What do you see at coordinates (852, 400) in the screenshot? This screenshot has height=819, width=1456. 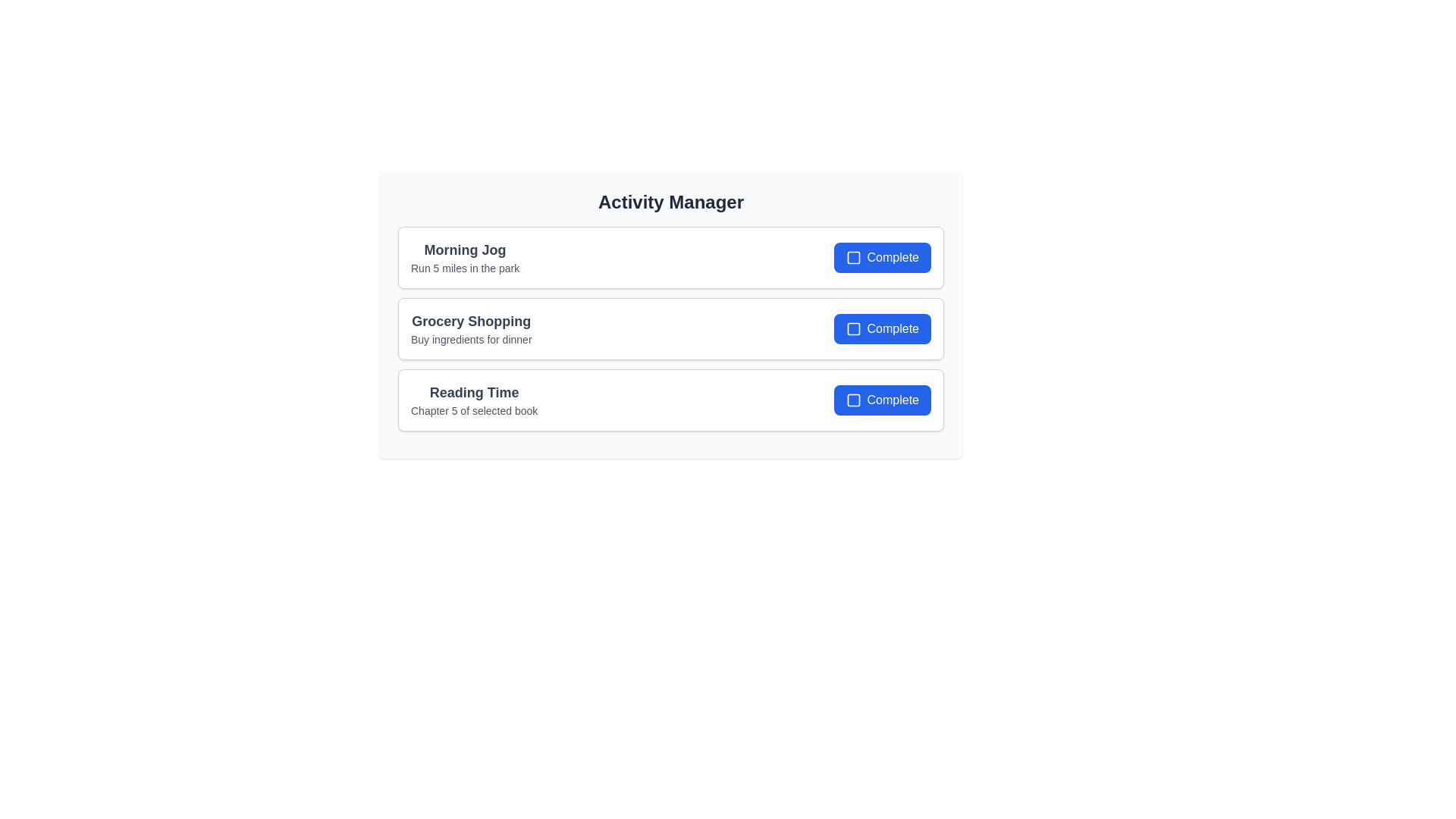 I see `the square icon with a hollow outline and rounded corners, located at the top-left corner of the 'Complete' button` at bounding box center [852, 400].